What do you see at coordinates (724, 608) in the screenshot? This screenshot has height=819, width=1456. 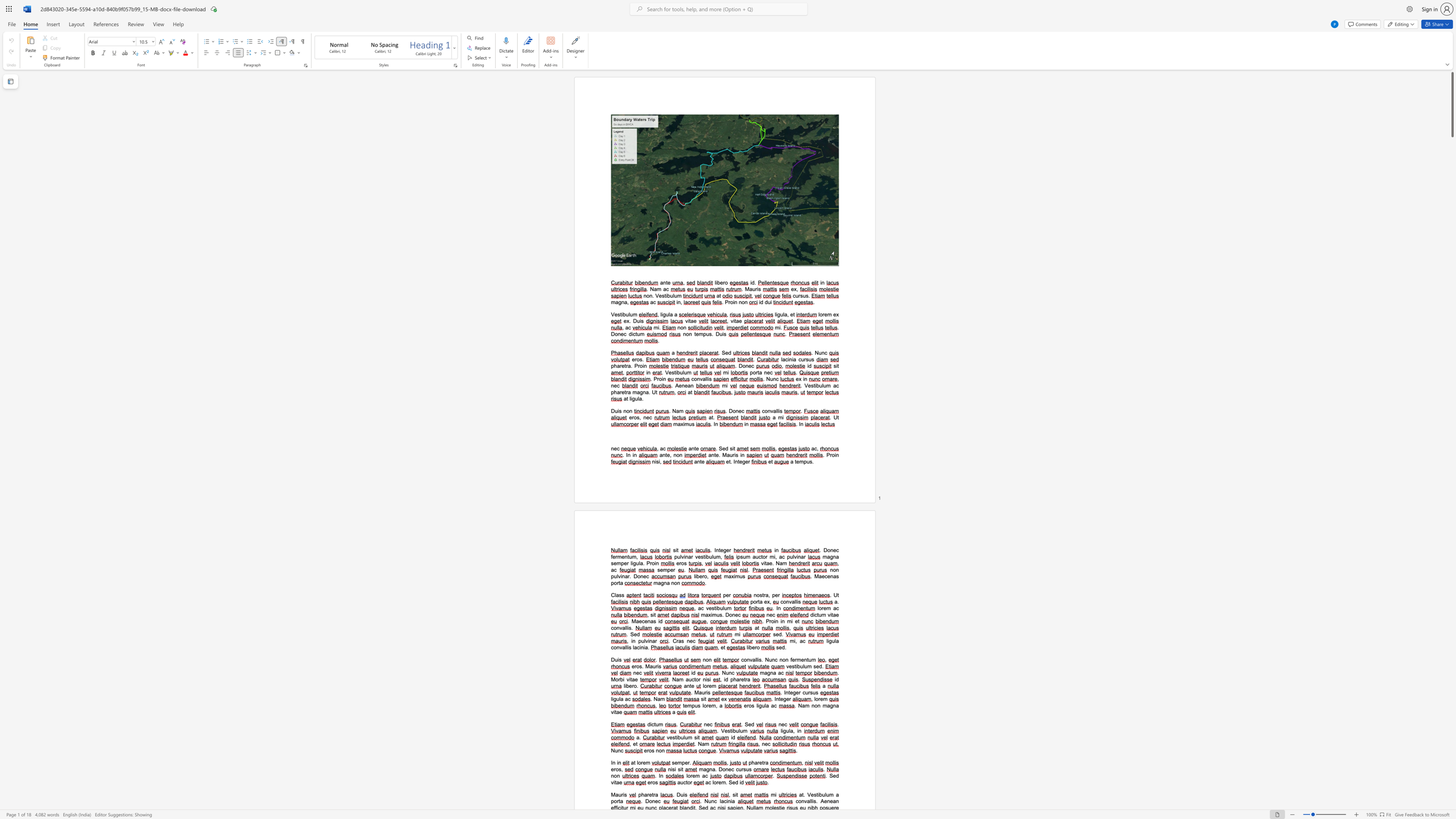 I see `the space between the continuous character "l" and "u" in the text` at bounding box center [724, 608].